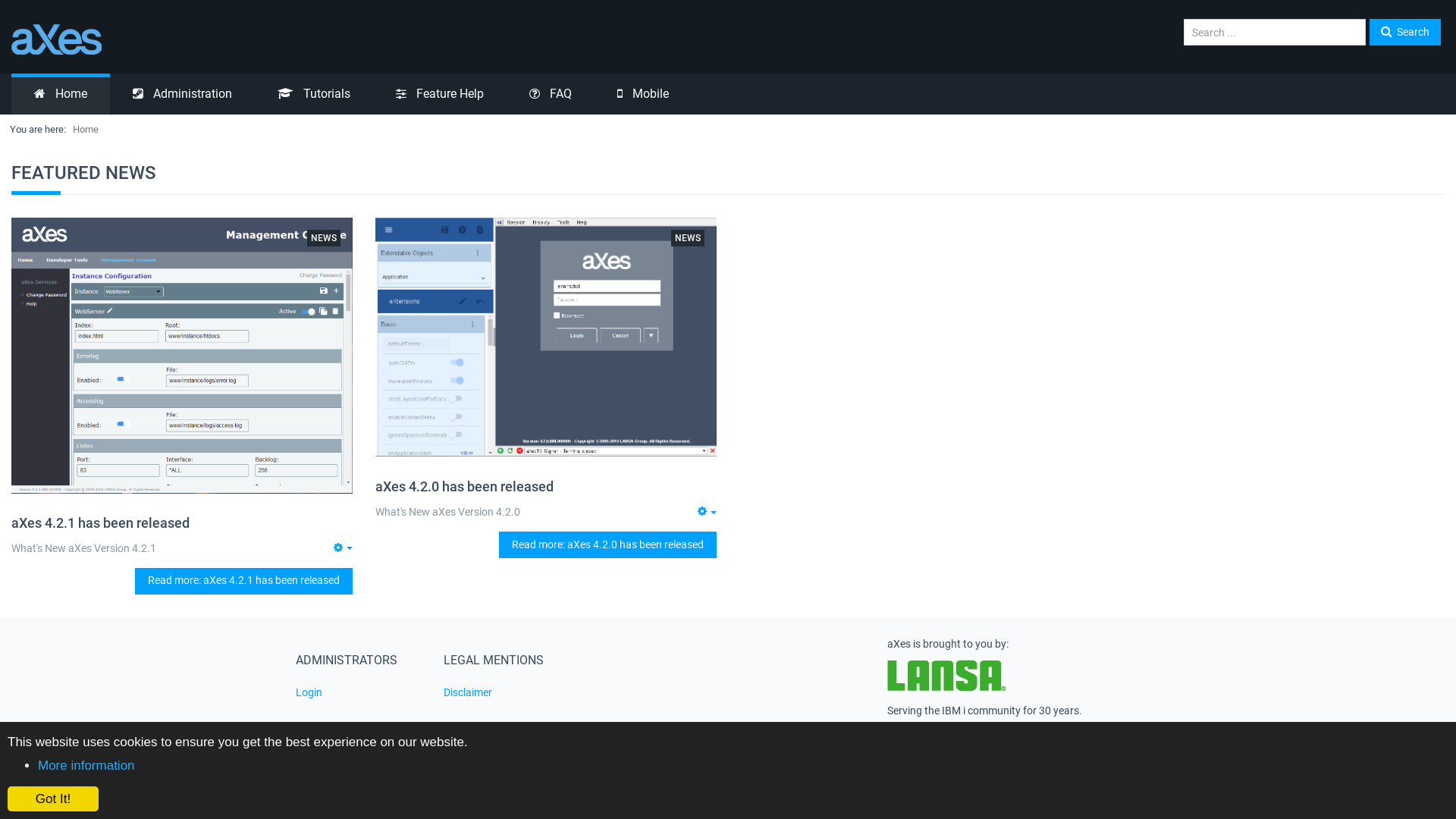  I want to click on 'Got It!', so click(53, 798).